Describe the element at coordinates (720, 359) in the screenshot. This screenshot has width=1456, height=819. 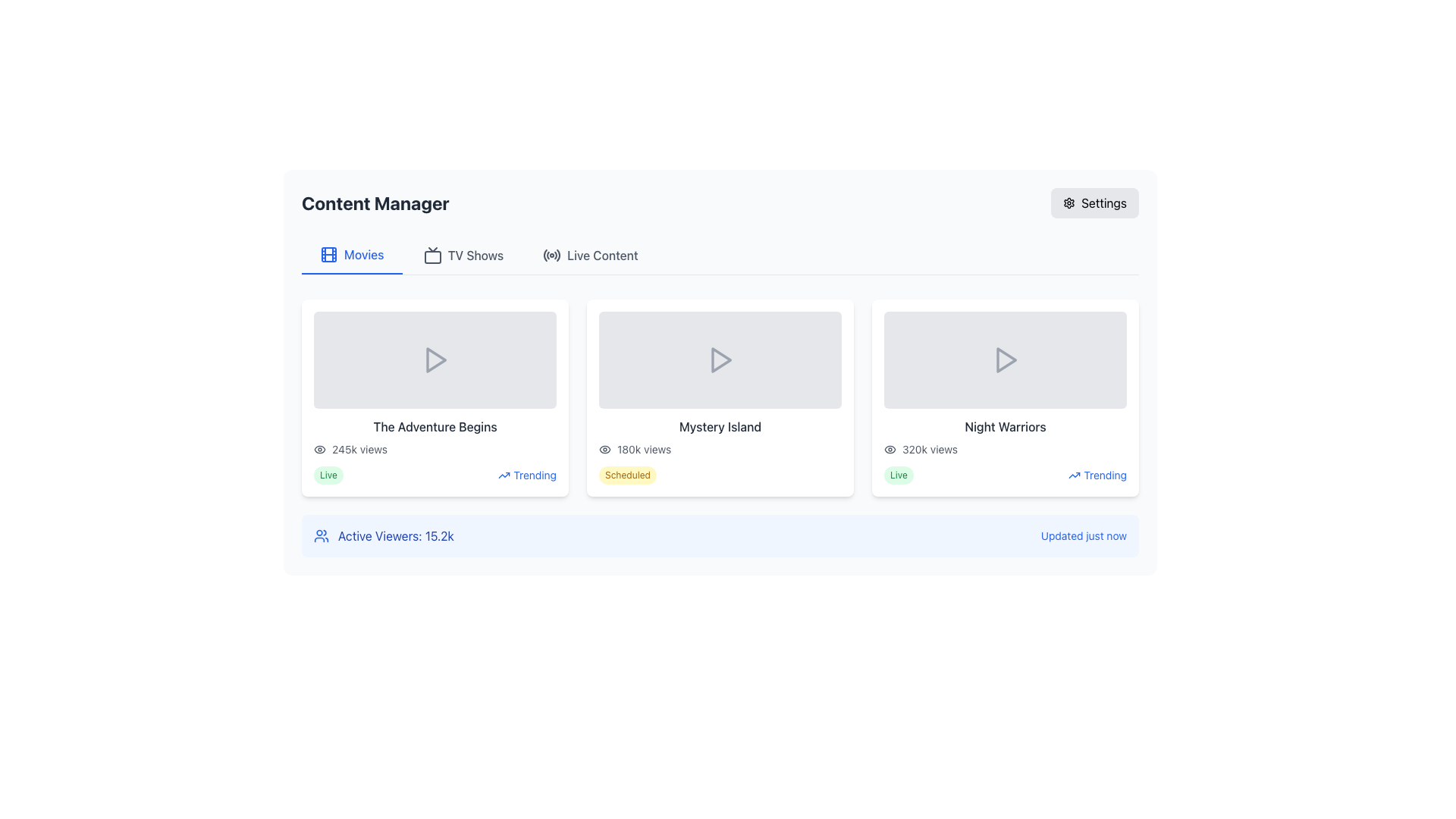
I see `the Video Placeholder for 'Mystery Island' which serves as a preview for video content, positioned centrally in the row of three items under the 'Movies' tab` at that location.